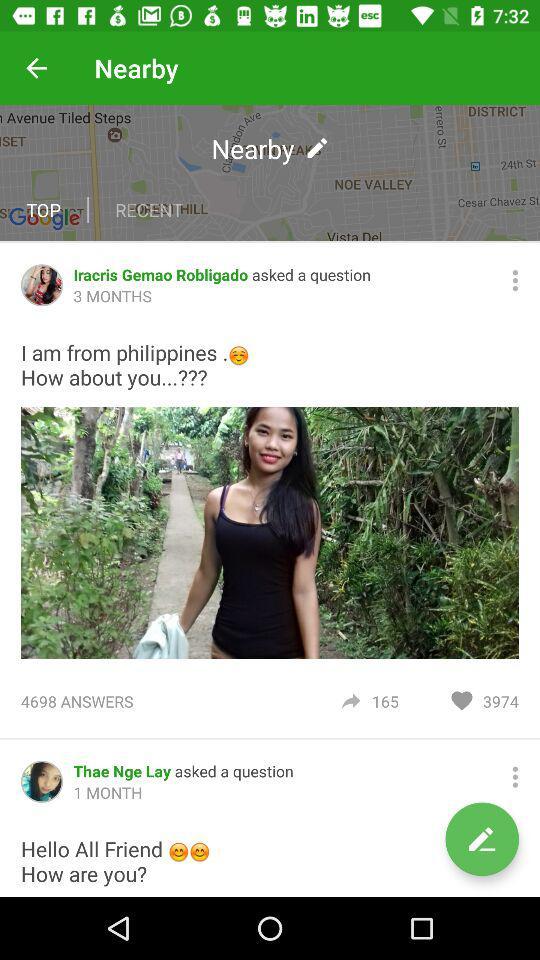 This screenshot has width=540, height=960. I want to click on the edit icon, so click(481, 839).